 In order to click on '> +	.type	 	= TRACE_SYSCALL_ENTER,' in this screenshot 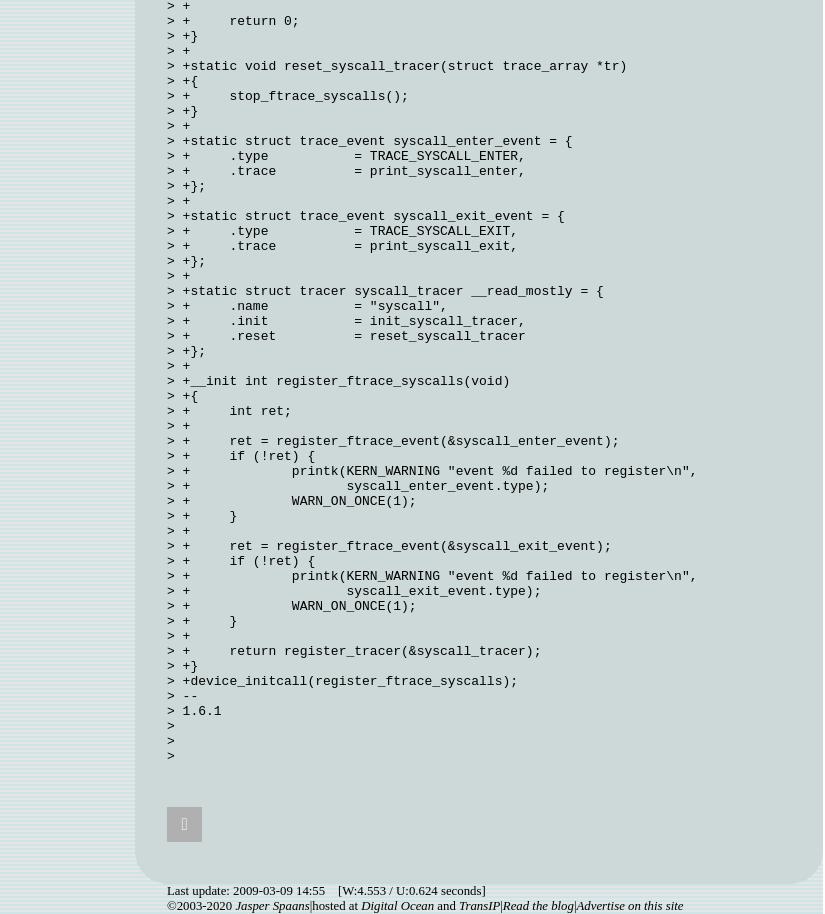, I will do `click(345, 155)`.